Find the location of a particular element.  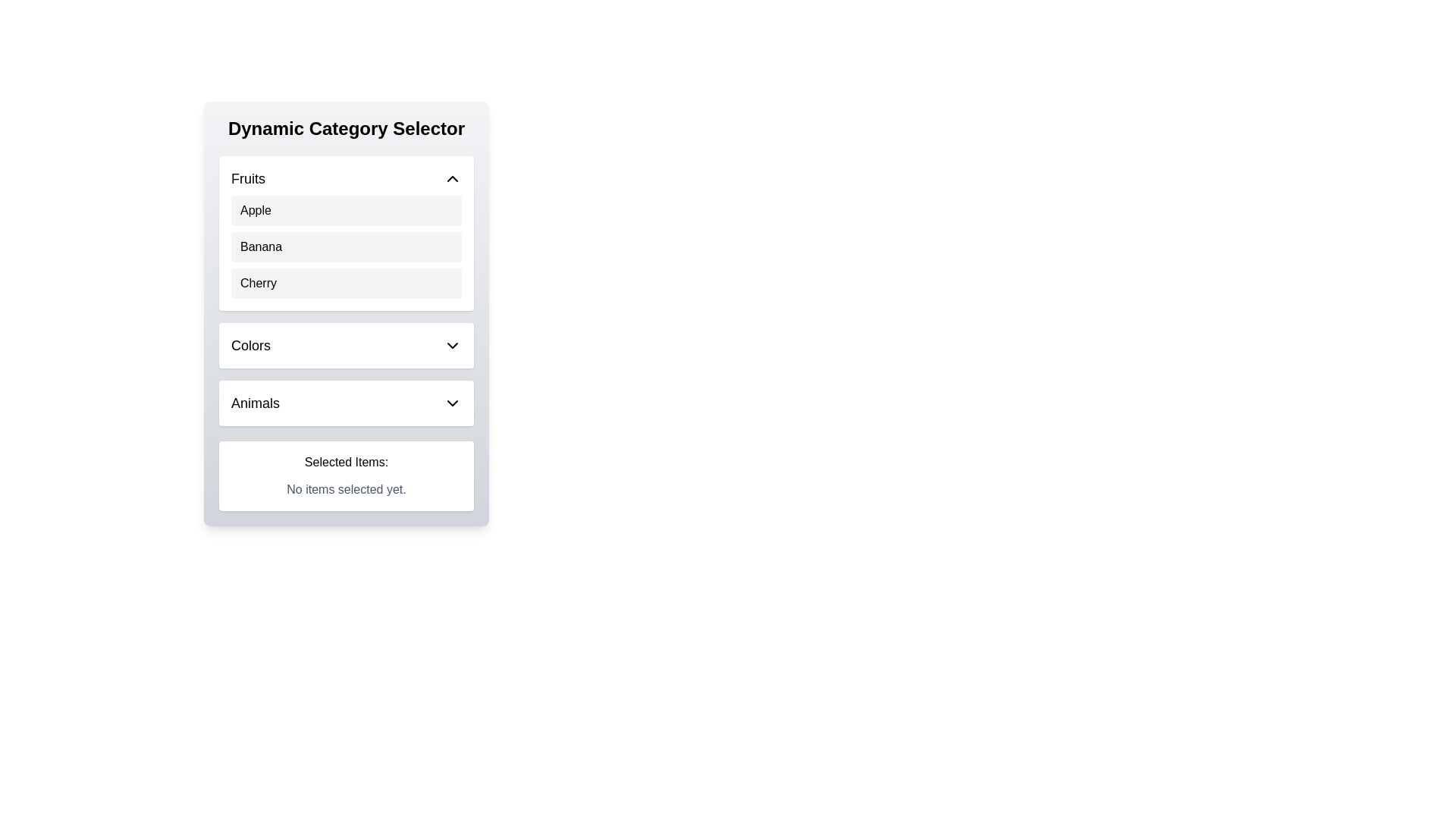

the selectable list item labeled 'Banana' within the 'Fruits' category is located at coordinates (345, 234).